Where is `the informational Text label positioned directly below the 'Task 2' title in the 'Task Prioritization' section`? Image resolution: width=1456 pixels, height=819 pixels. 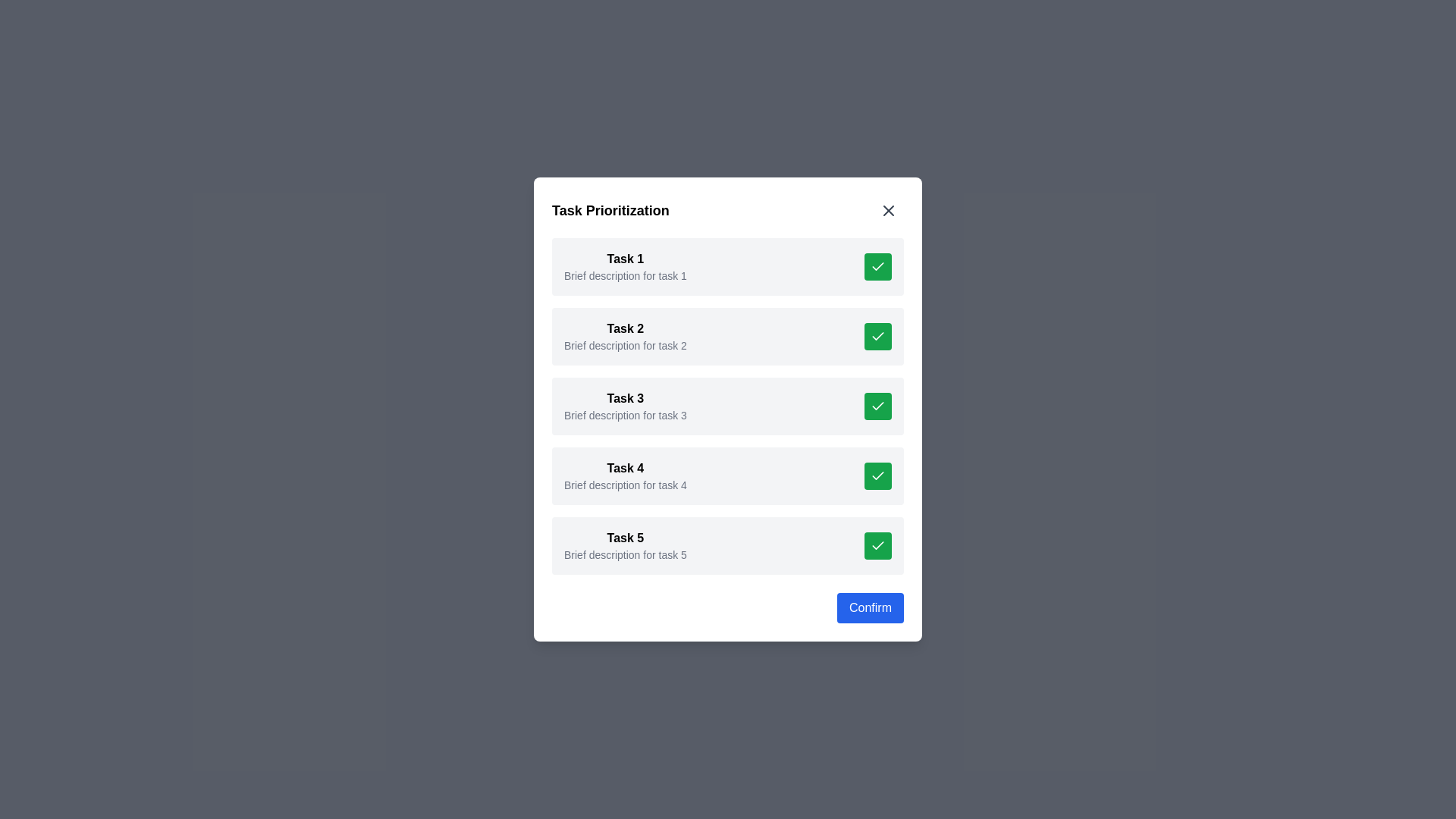
the informational Text label positioned directly below the 'Task 2' title in the 'Task Prioritization' section is located at coordinates (626, 345).